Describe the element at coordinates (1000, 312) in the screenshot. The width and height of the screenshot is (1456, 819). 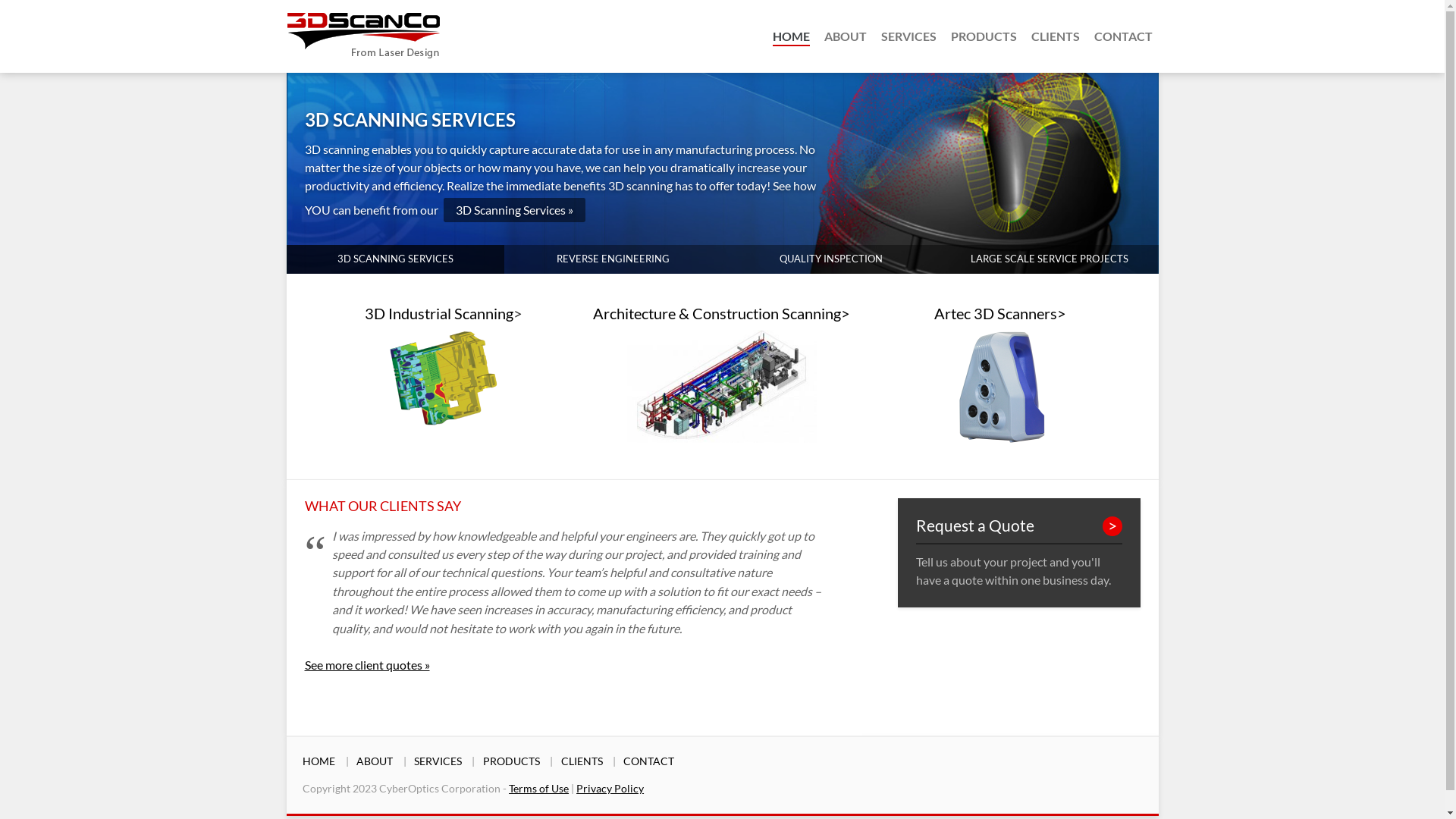
I see `'Artec 3D Scanners>'` at that location.